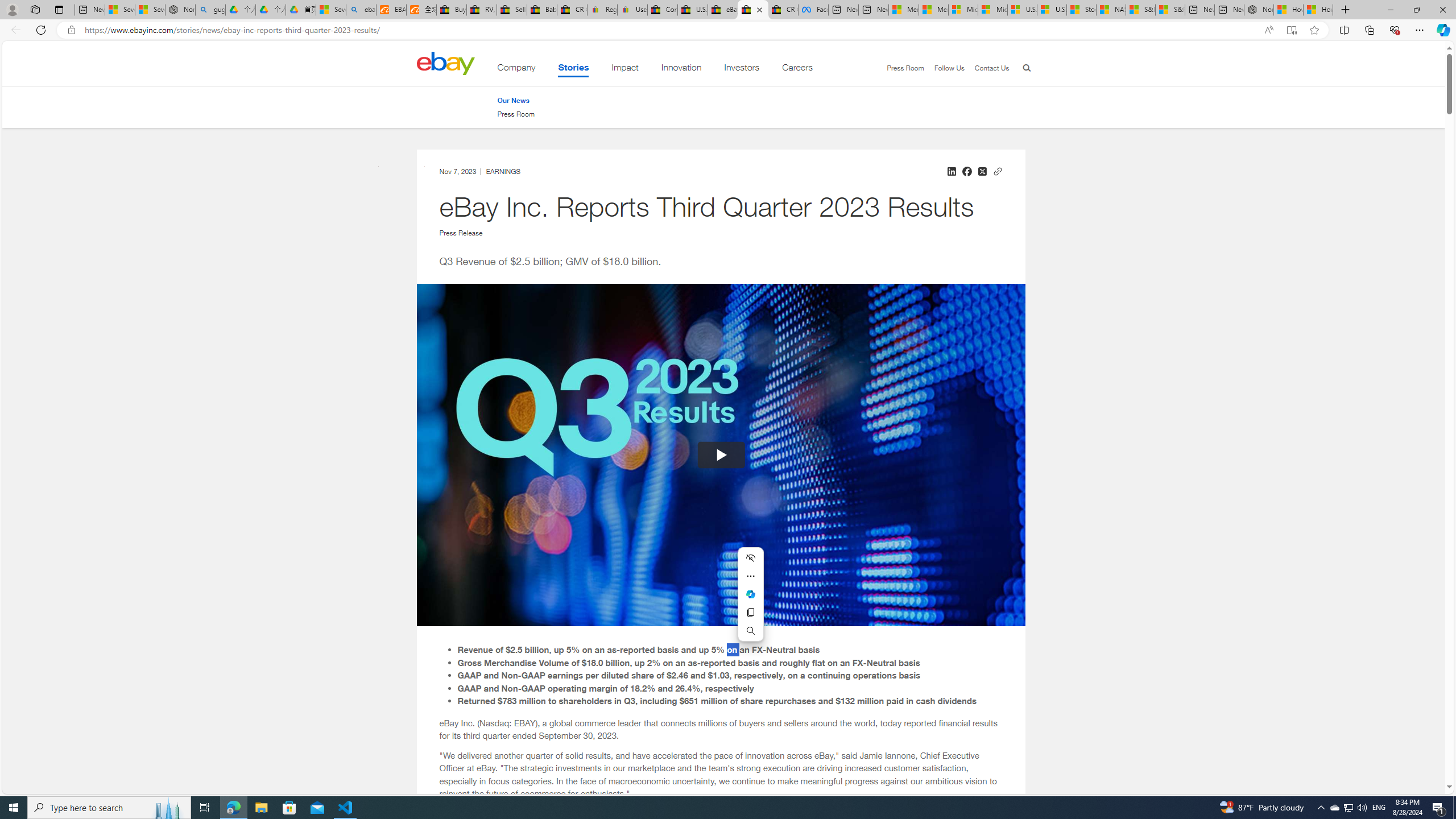 This screenshot has height=819, width=1456. What do you see at coordinates (797, 69) in the screenshot?
I see `'Careers'` at bounding box center [797, 69].